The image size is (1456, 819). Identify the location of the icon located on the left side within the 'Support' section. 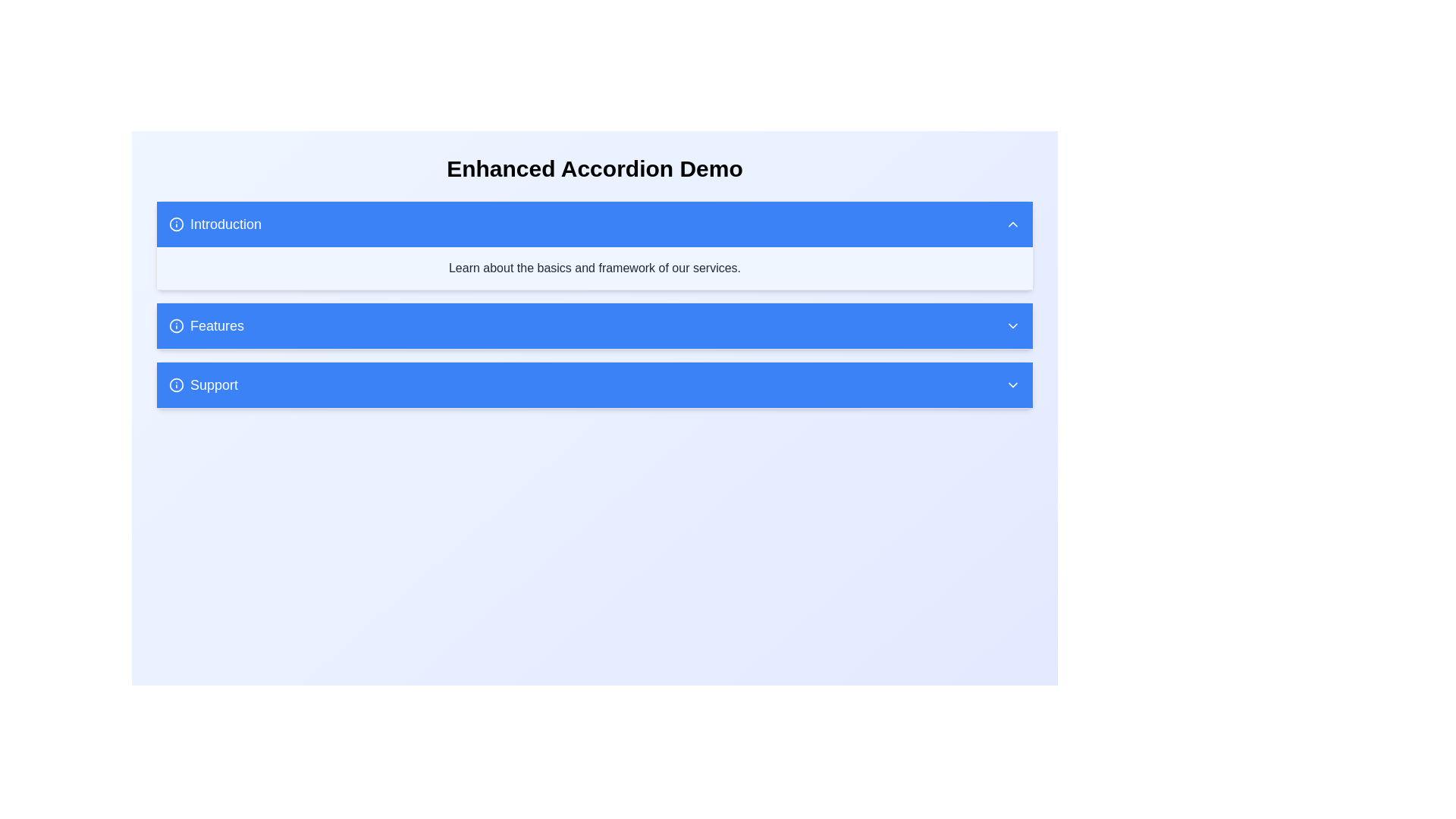
(177, 384).